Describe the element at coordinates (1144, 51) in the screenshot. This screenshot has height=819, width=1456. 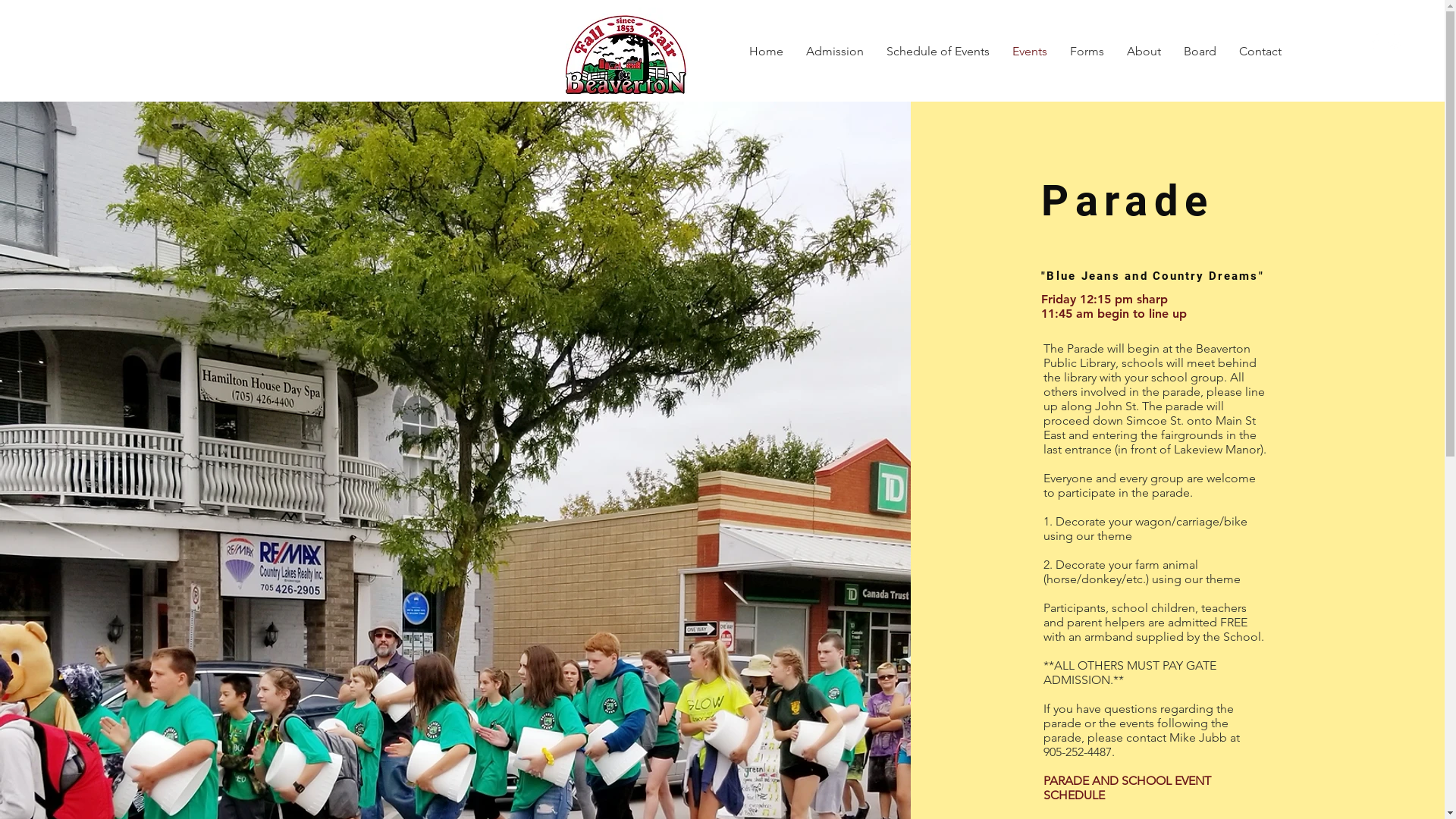
I see `'About'` at that location.